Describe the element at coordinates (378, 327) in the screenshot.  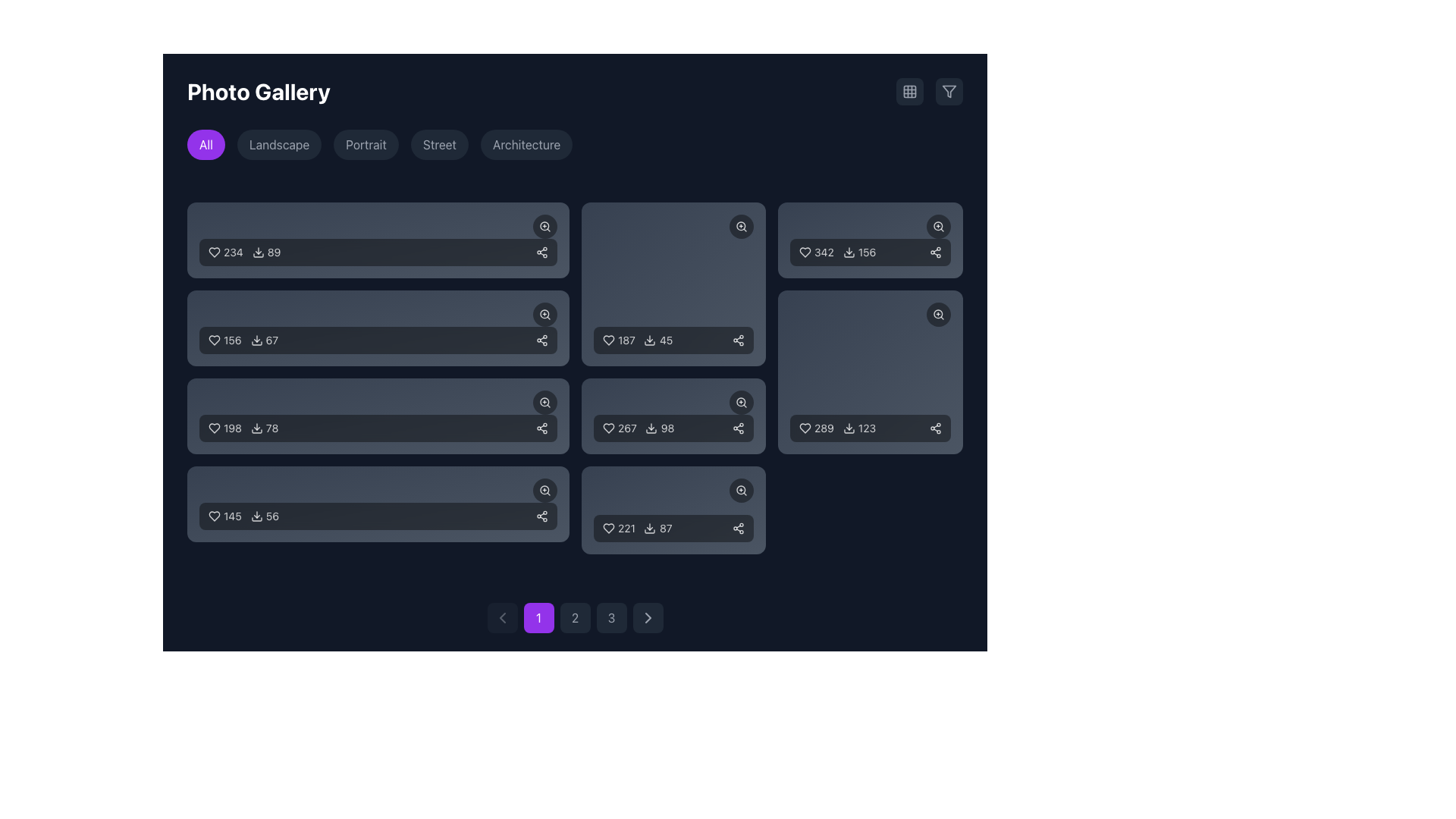
I see `the likes and download statistics in the interactive row containing a heart icon with '156' and a download icon with '67'` at that location.